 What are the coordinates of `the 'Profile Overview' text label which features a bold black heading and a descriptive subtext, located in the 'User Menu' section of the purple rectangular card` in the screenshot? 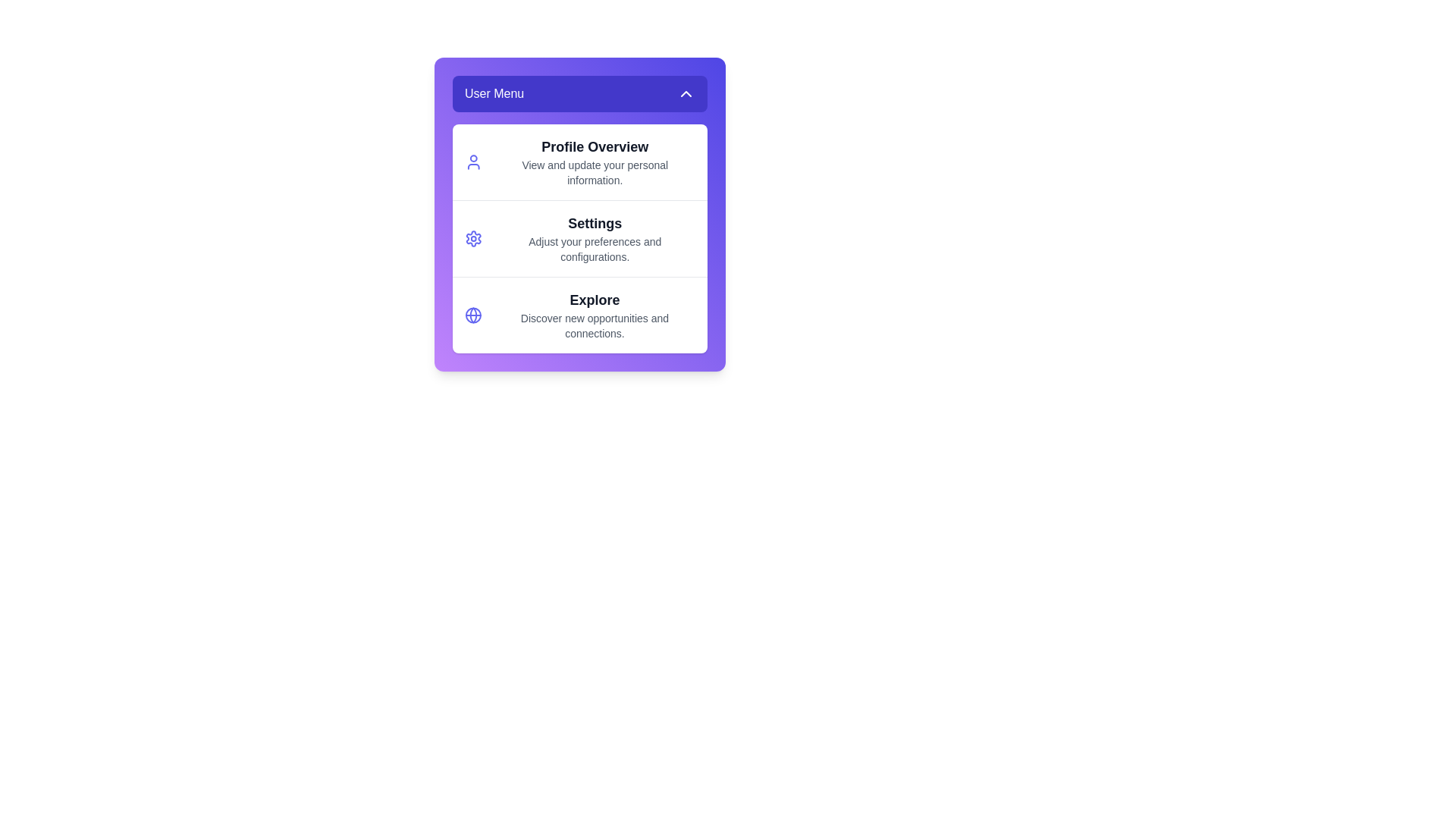 It's located at (594, 162).